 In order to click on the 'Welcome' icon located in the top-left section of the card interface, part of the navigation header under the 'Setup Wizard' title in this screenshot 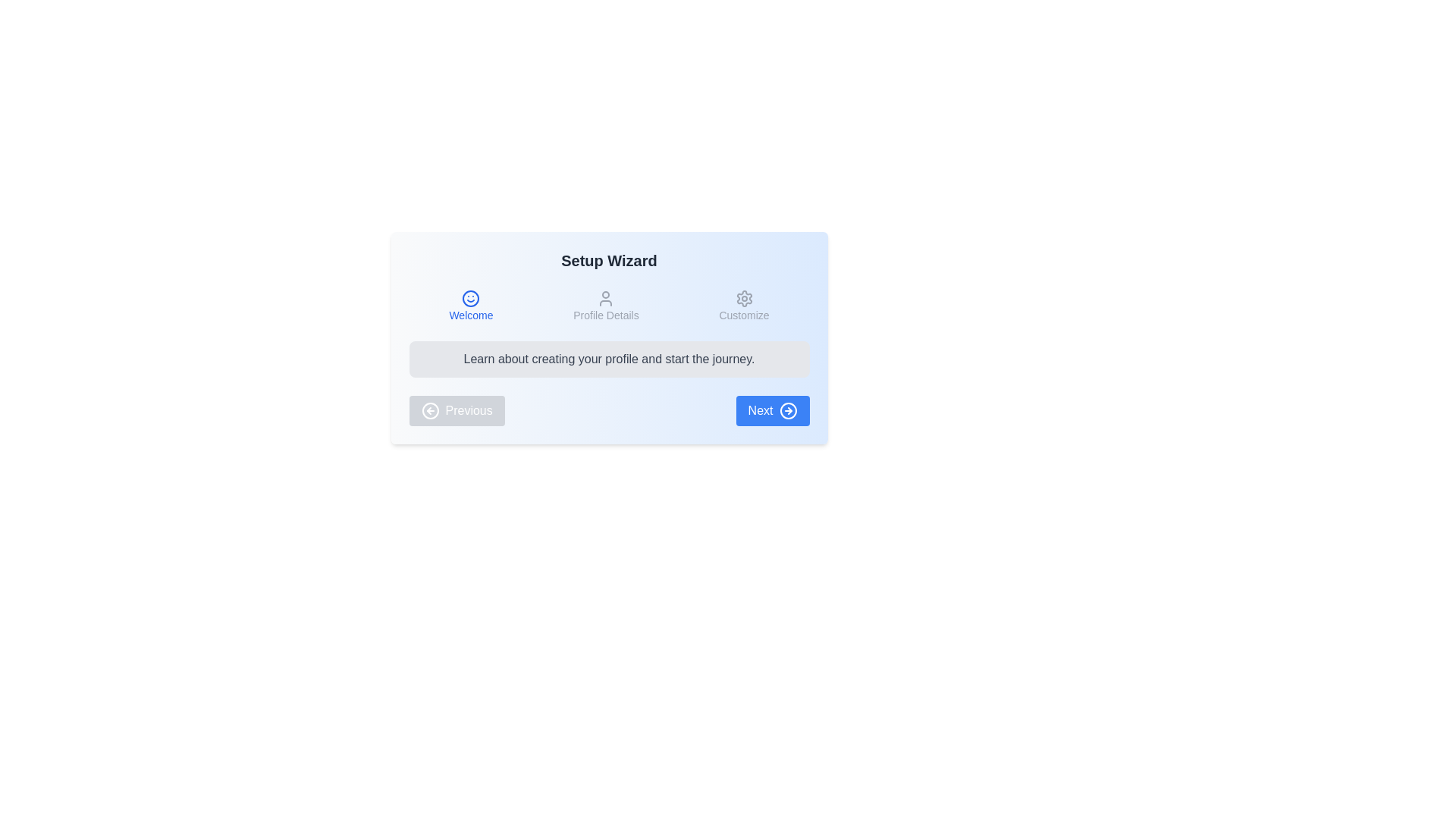, I will do `click(470, 298)`.